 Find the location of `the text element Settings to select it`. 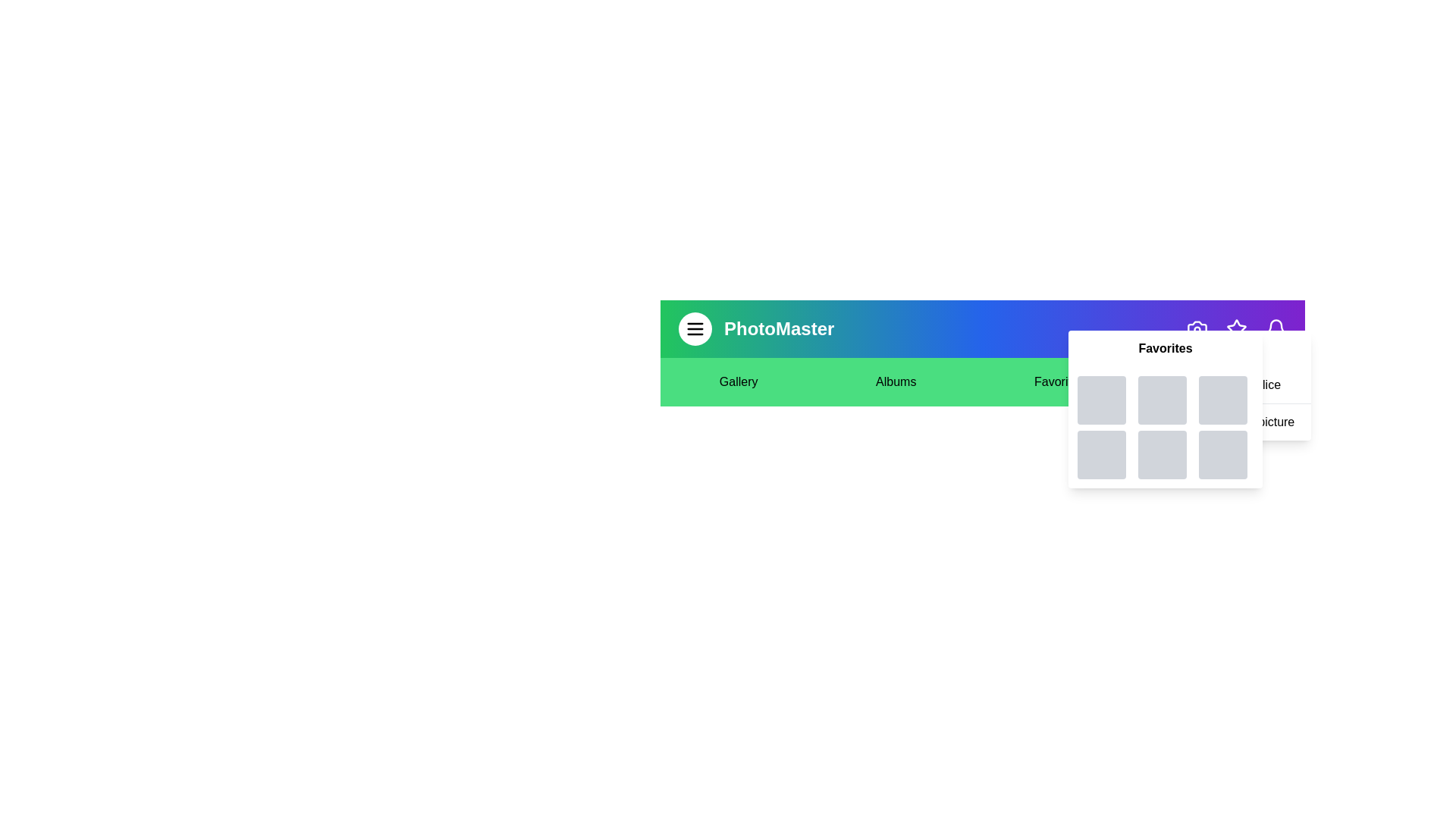

the text element Settings to select it is located at coordinates (1224, 381).